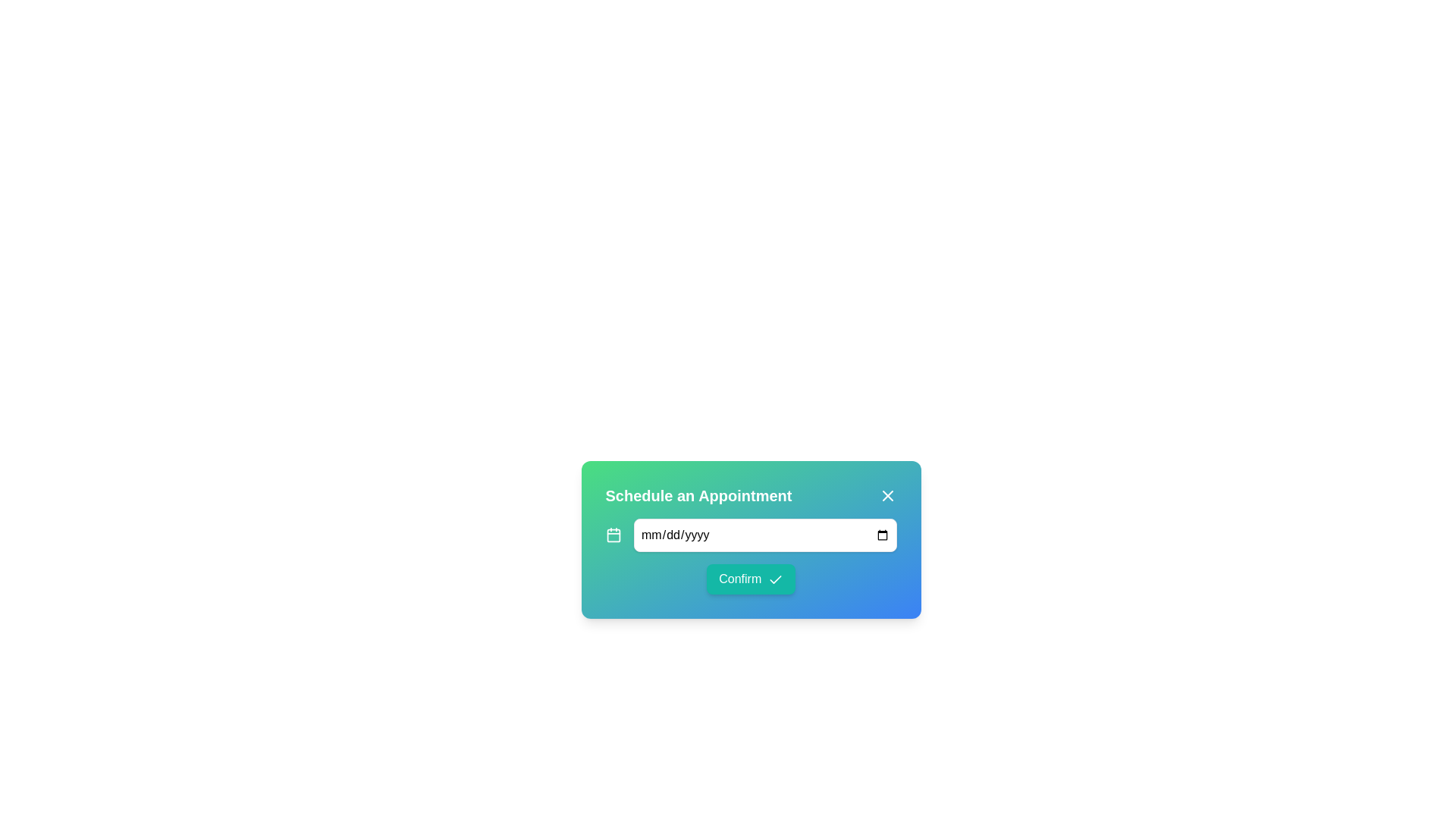 Image resolution: width=1456 pixels, height=819 pixels. Describe the element at coordinates (887, 496) in the screenshot. I see `the close icon located in the top-right corner of the 'Schedule an Appointment' modal` at that location.